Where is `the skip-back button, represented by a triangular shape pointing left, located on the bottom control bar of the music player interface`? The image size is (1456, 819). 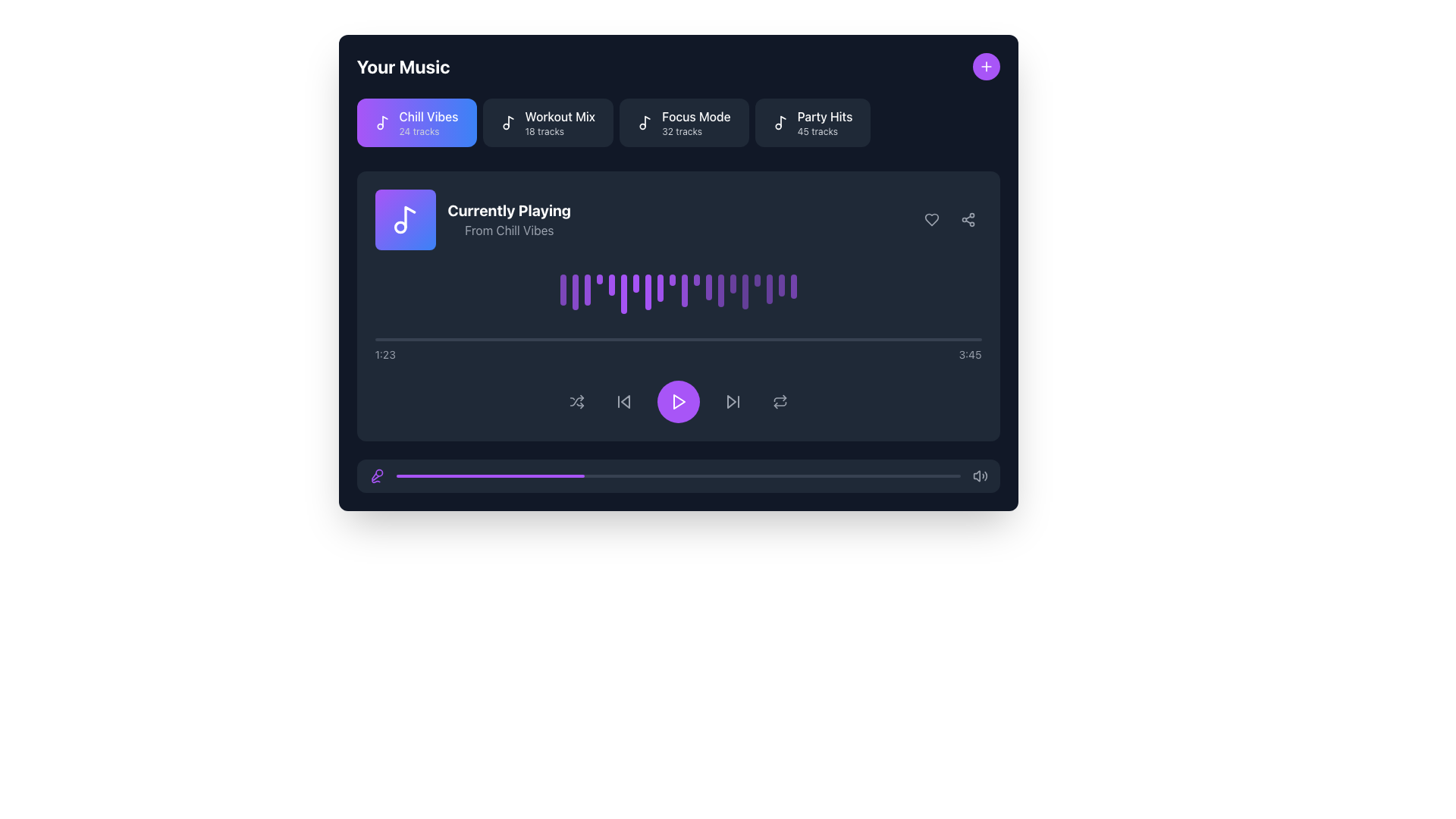 the skip-back button, represented by a triangular shape pointing left, located on the bottom control bar of the music player interface is located at coordinates (623, 401).